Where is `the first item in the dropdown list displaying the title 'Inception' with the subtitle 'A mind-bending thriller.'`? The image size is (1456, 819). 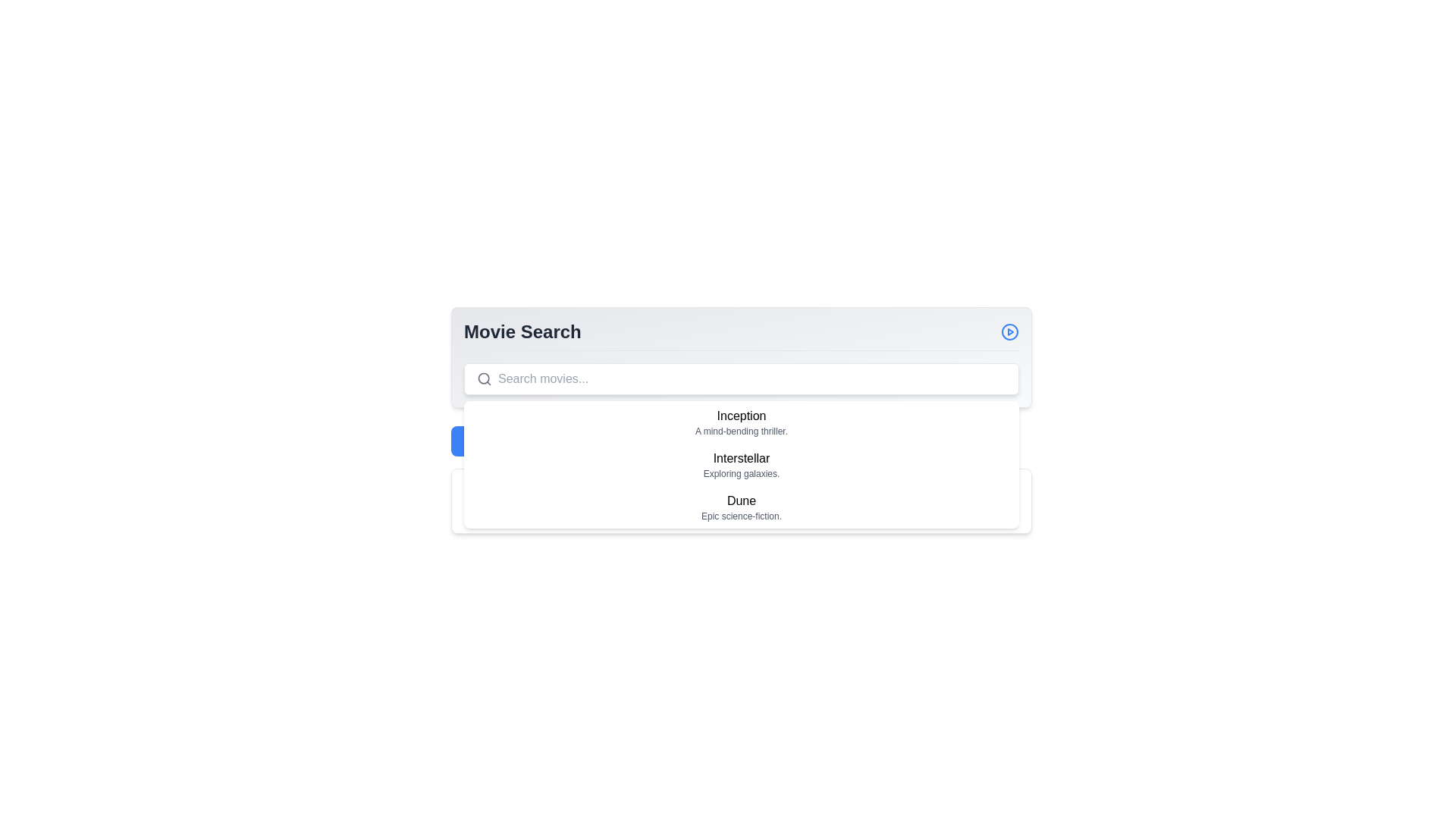 the first item in the dropdown list displaying the title 'Inception' with the subtitle 'A mind-bending thriller.' is located at coordinates (742, 422).